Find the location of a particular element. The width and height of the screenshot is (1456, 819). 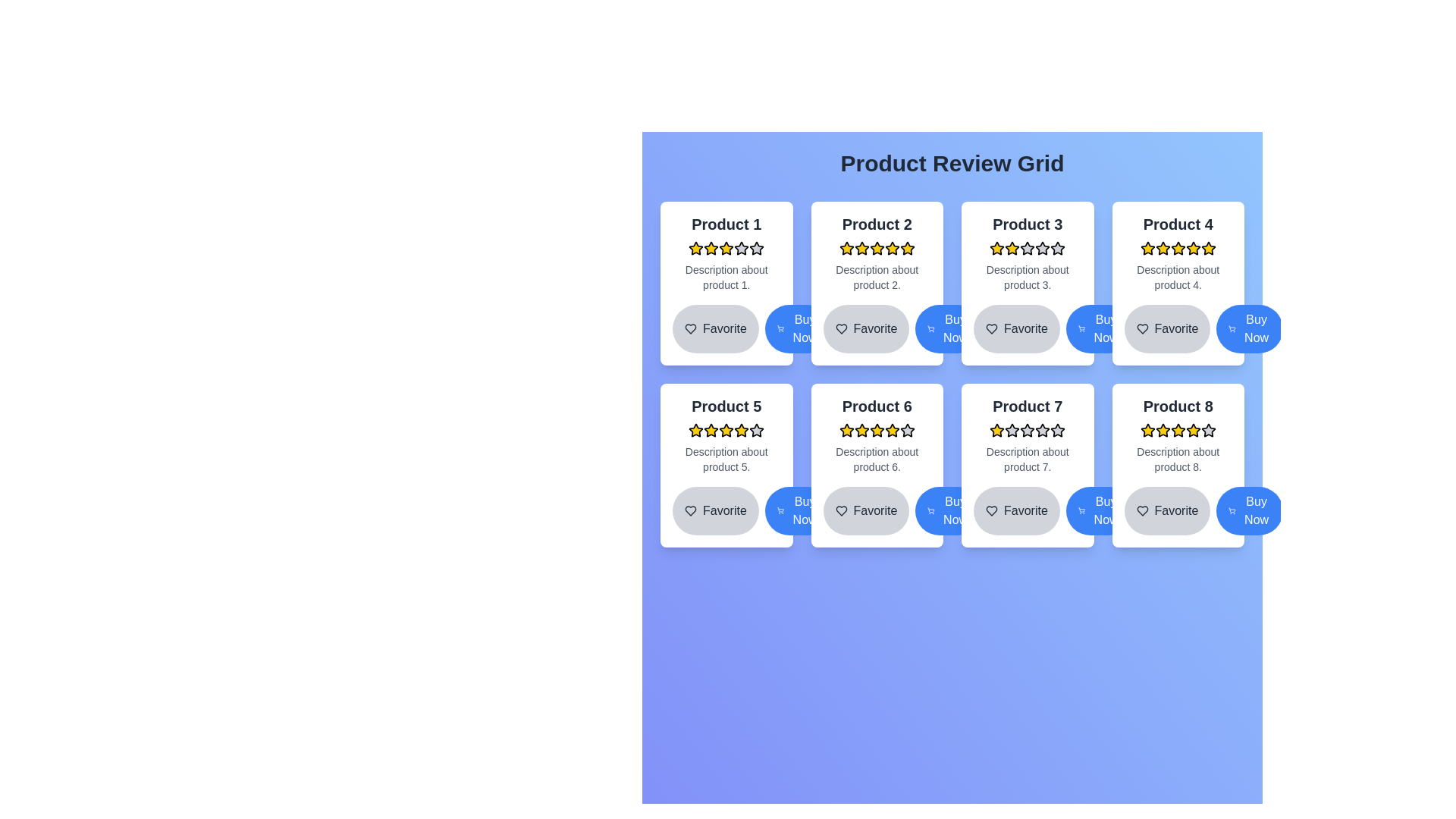

the second star in the rating component of the third product card located in the top row, third column to adjust the rating is located at coordinates (1057, 247).